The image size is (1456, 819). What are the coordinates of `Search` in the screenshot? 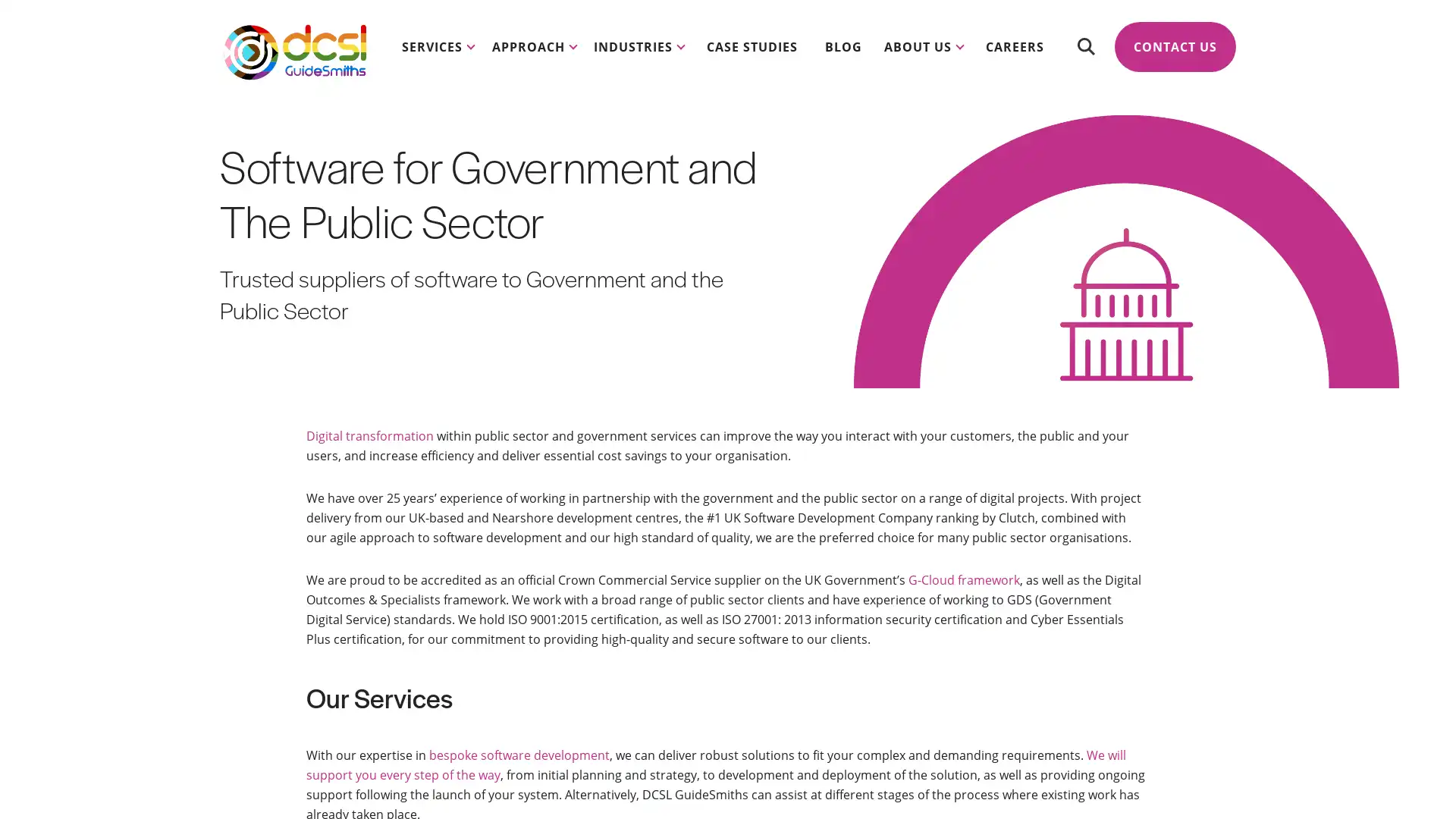 It's located at (1084, 45).